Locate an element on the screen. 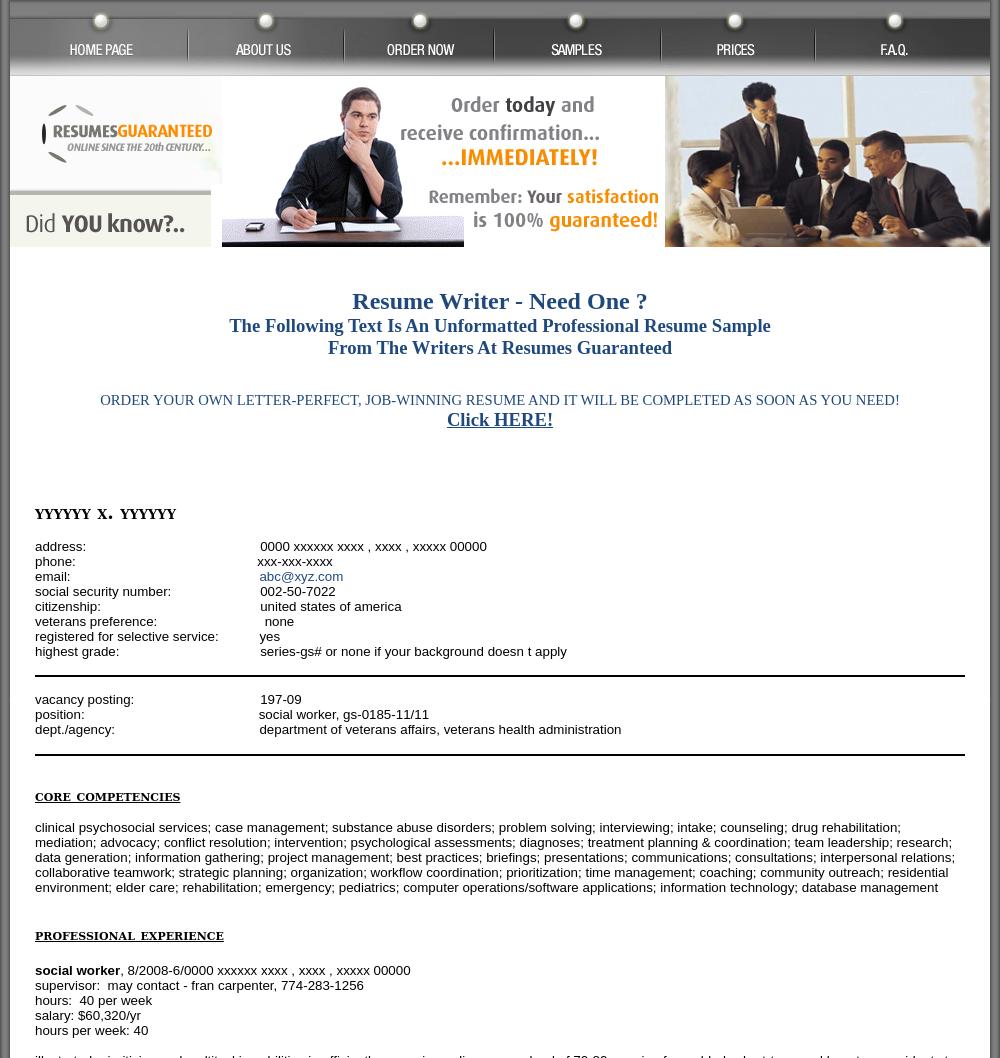 This screenshot has height=1058, width=1000. 'citizenship:                                           united states of america' is located at coordinates (35, 606).